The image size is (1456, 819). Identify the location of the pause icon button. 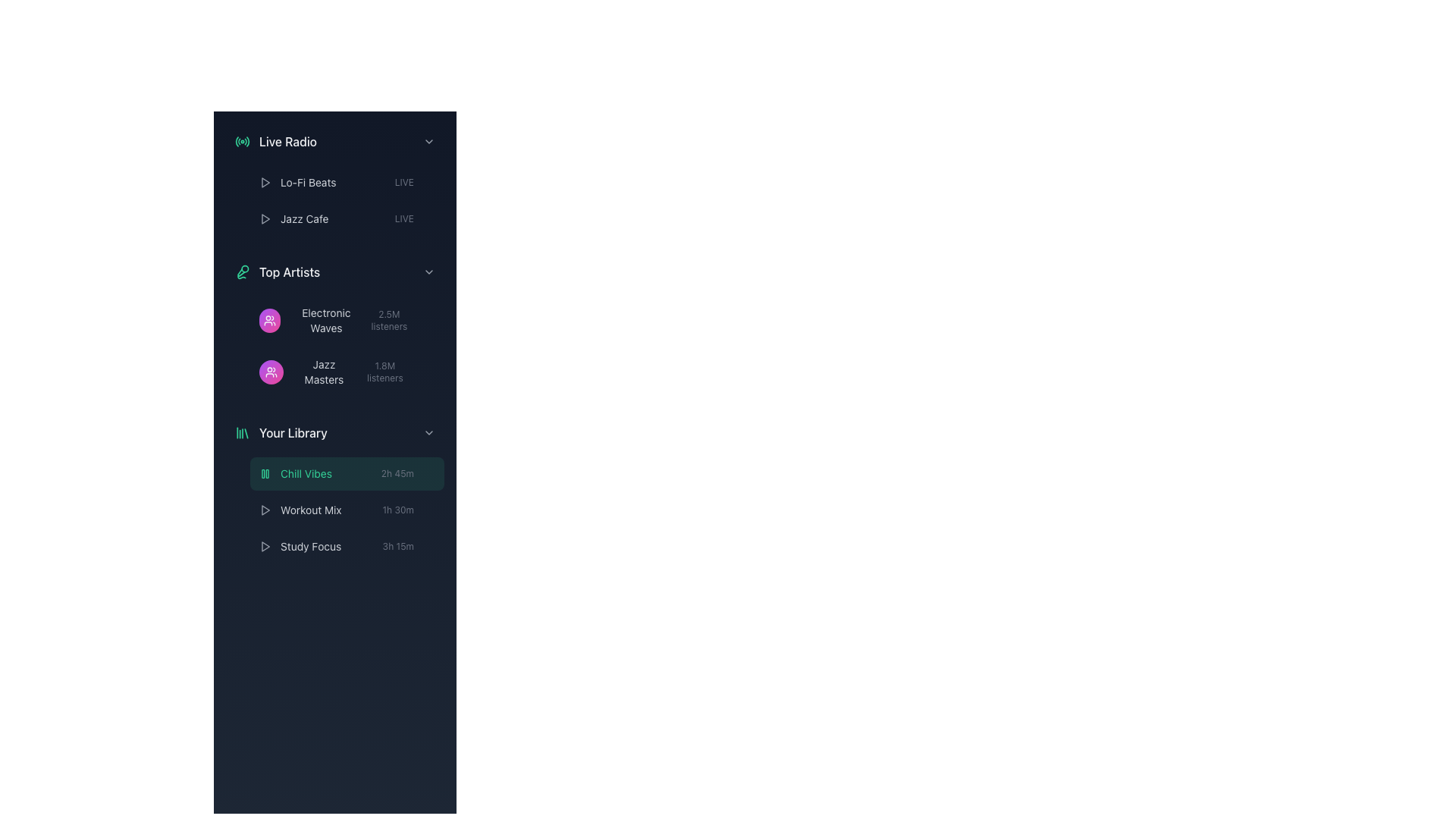
(265, 472).